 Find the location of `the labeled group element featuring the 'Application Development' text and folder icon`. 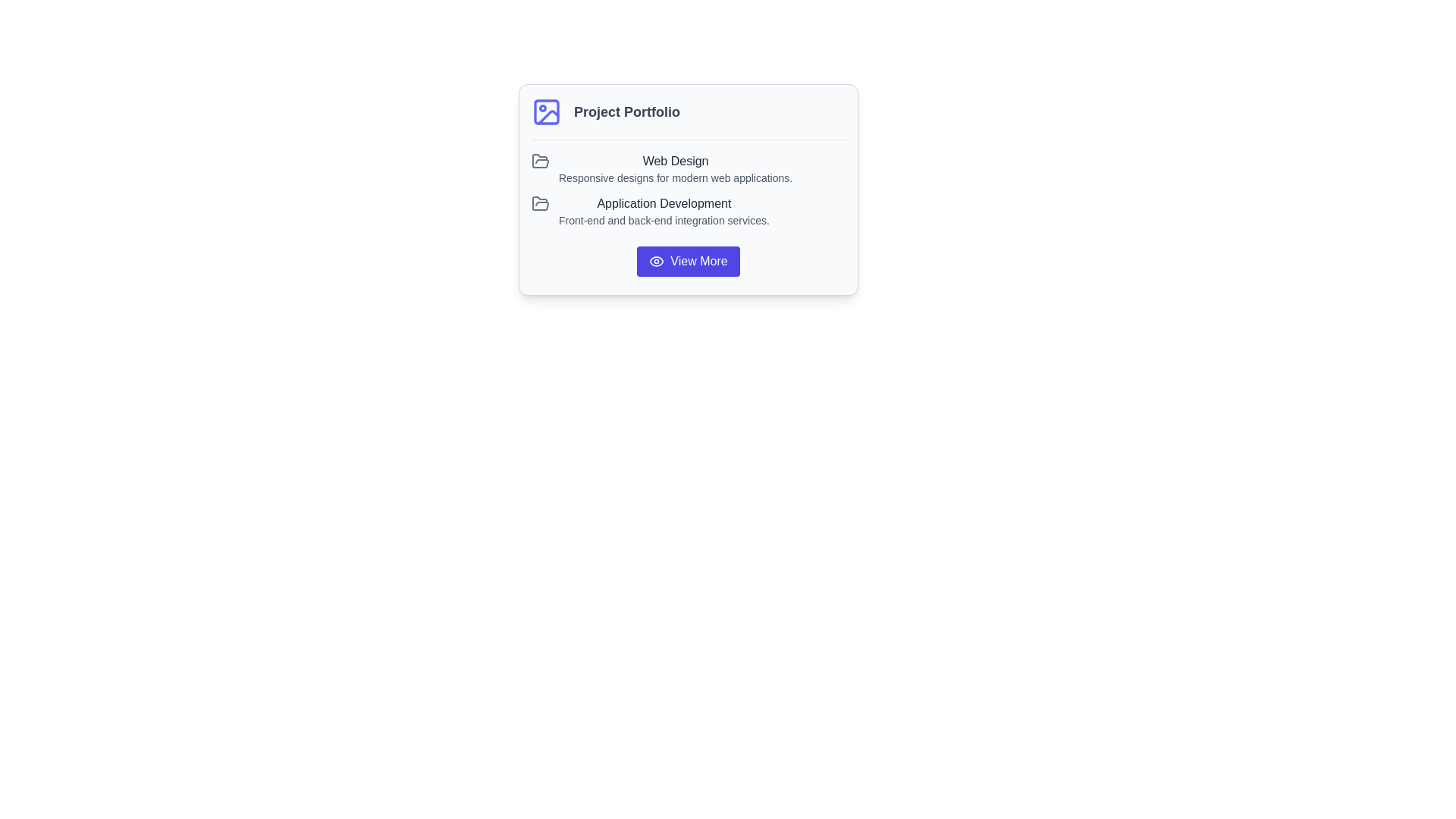

the labeled group element featuring the 'Application Development' text and folder icon is located at coordinates (687, 211).